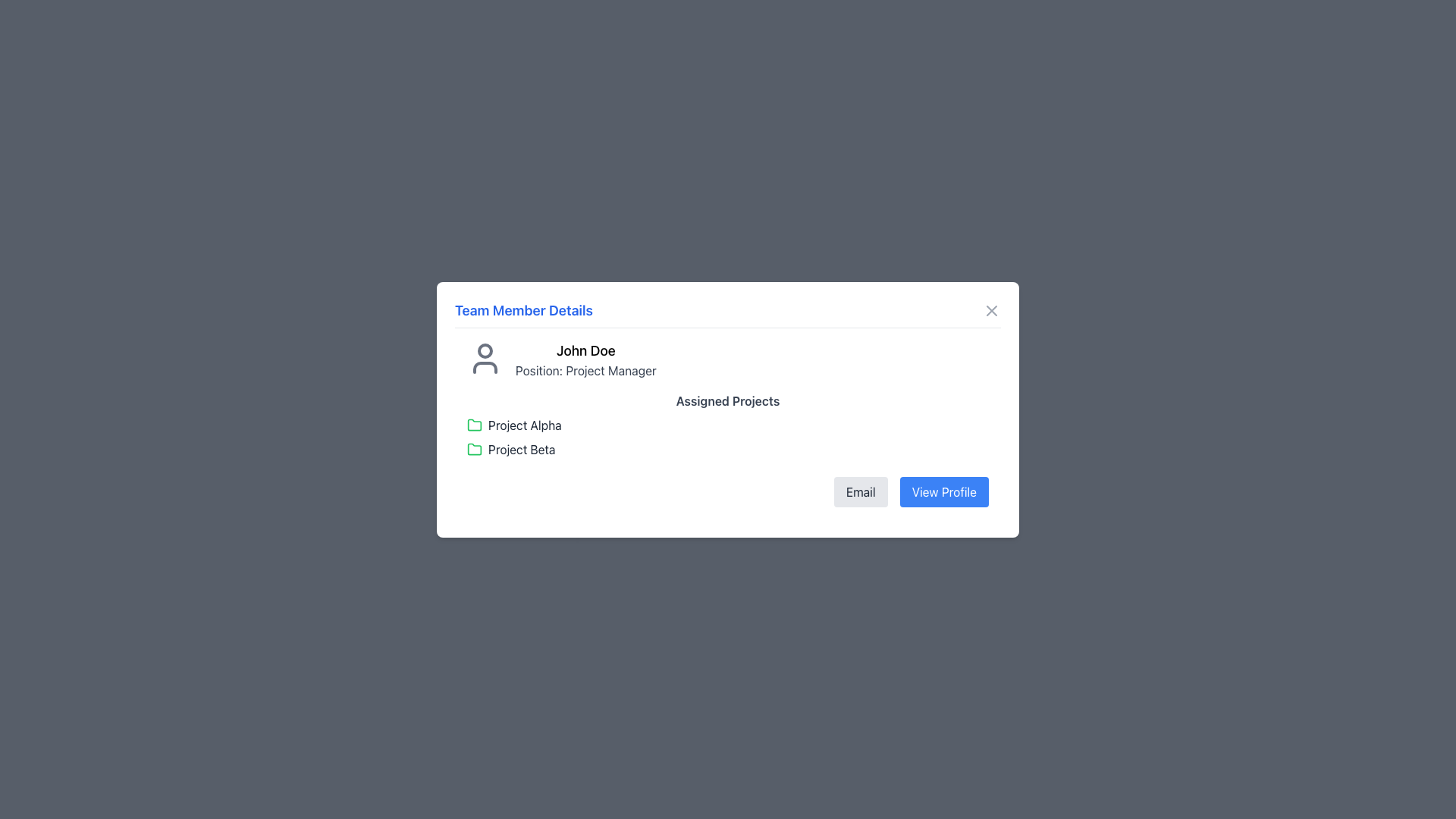  Describe the element at coordinates (992, 309) in the screenshot. I see `the close button (X) located at the top-right corner of the 'Team Member Details' modal` at that location.